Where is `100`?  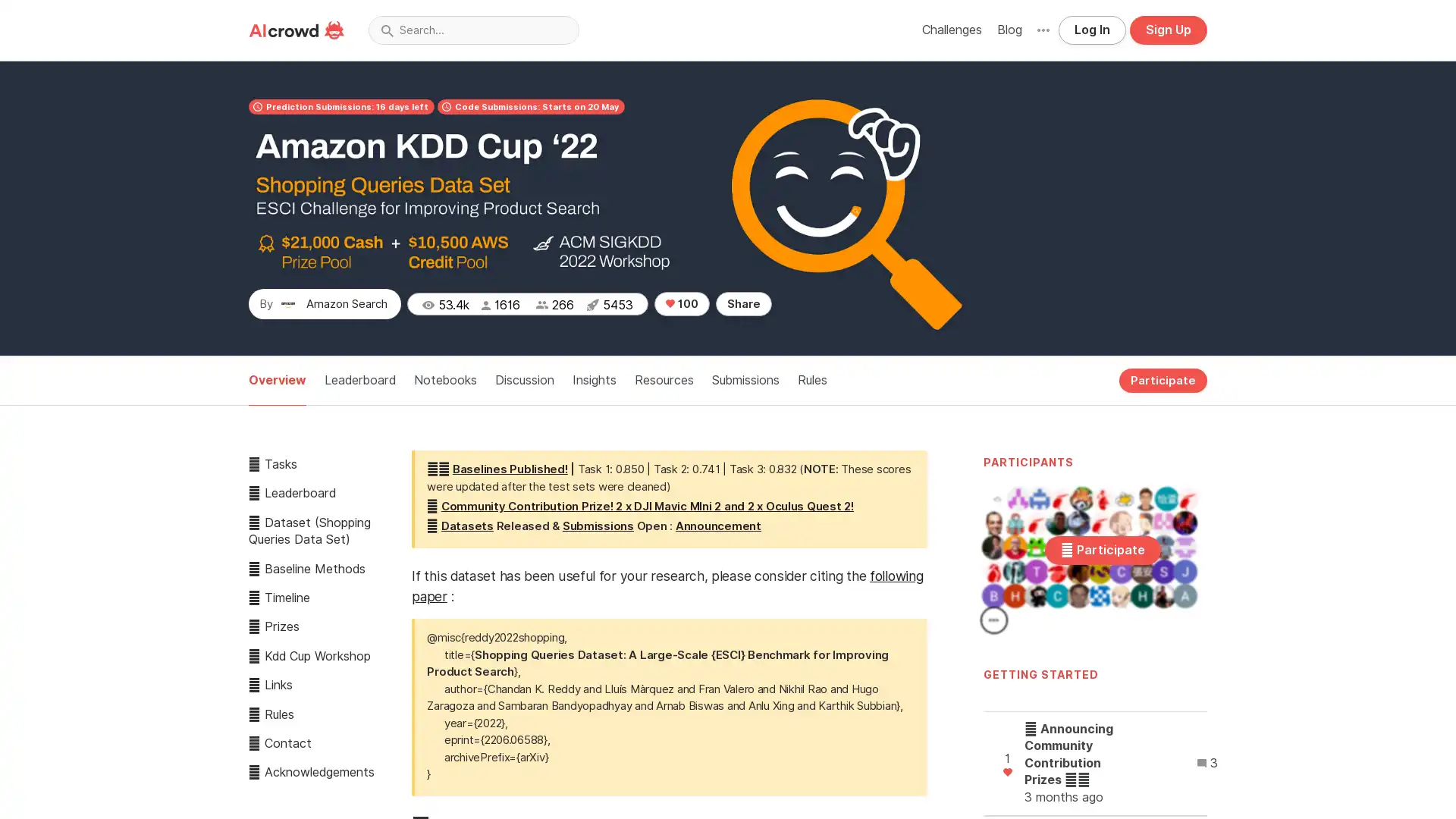 100 is located at coordinates (681, 303).